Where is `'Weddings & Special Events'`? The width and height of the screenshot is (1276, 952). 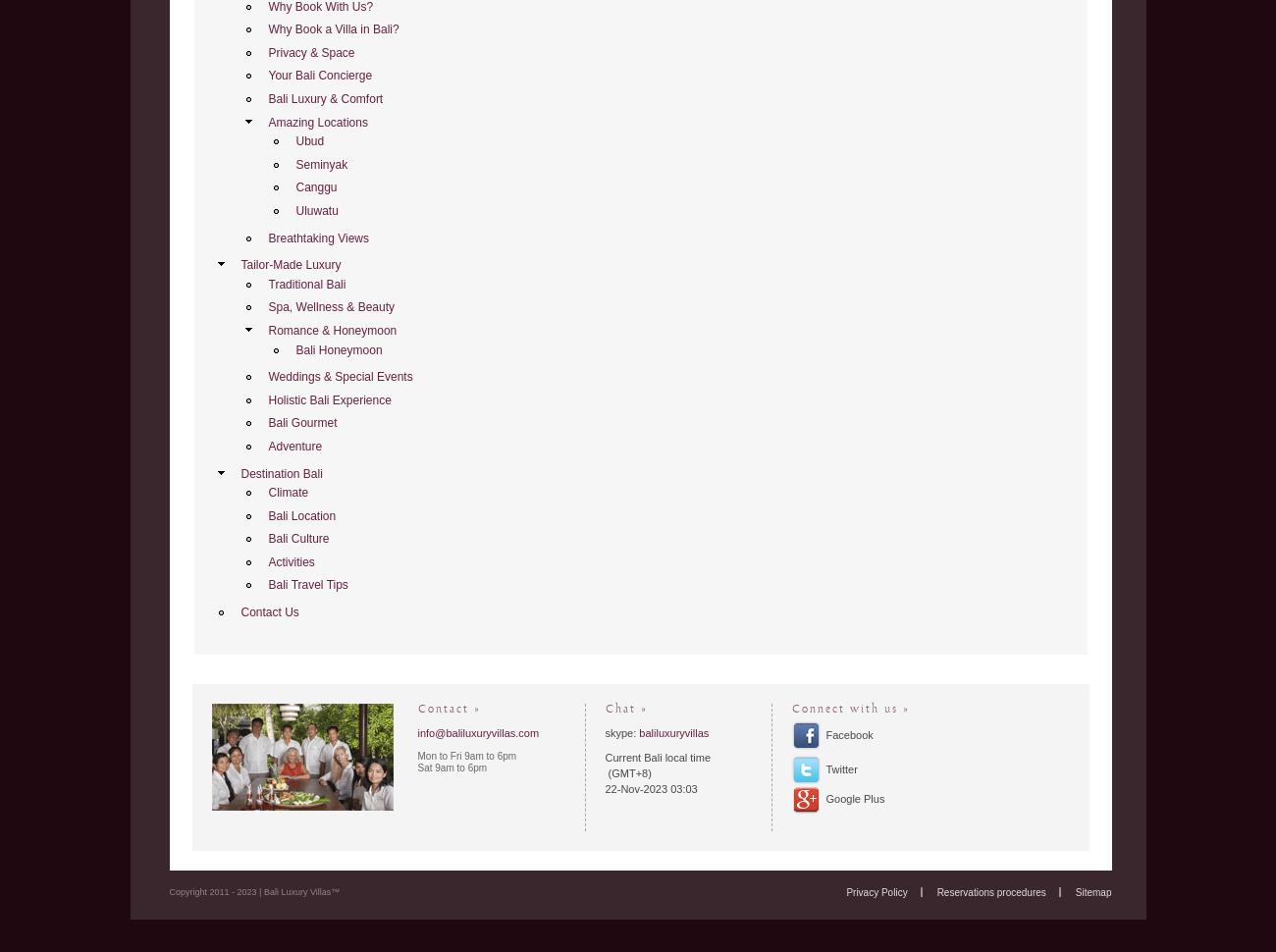 'Weddings & Special Events' is located at coordinates (339, 376).